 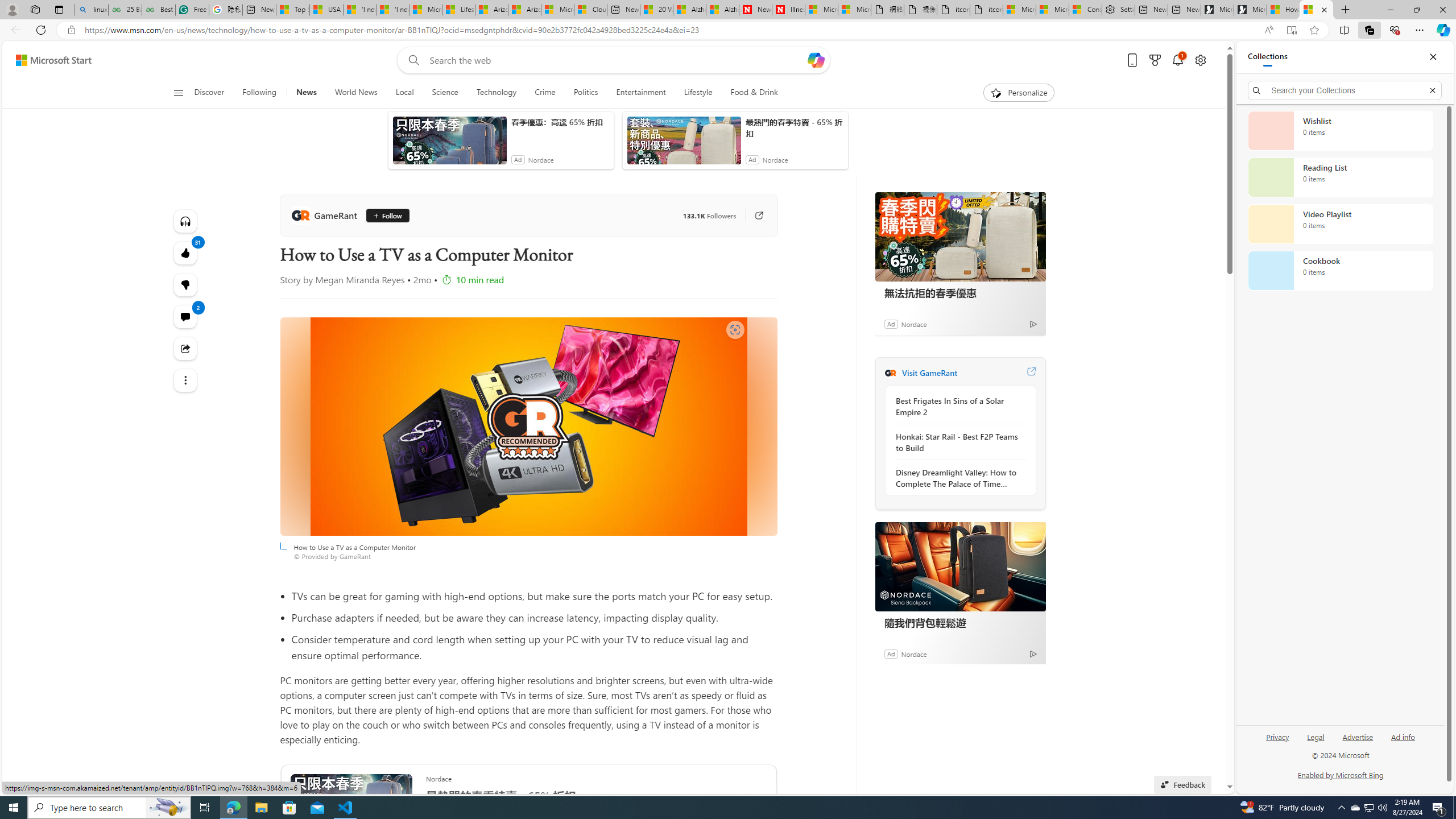 What do you see at coordinates (208, 92) in the screenshot?
I see `'Discover'` at bounding box center [208, 92].